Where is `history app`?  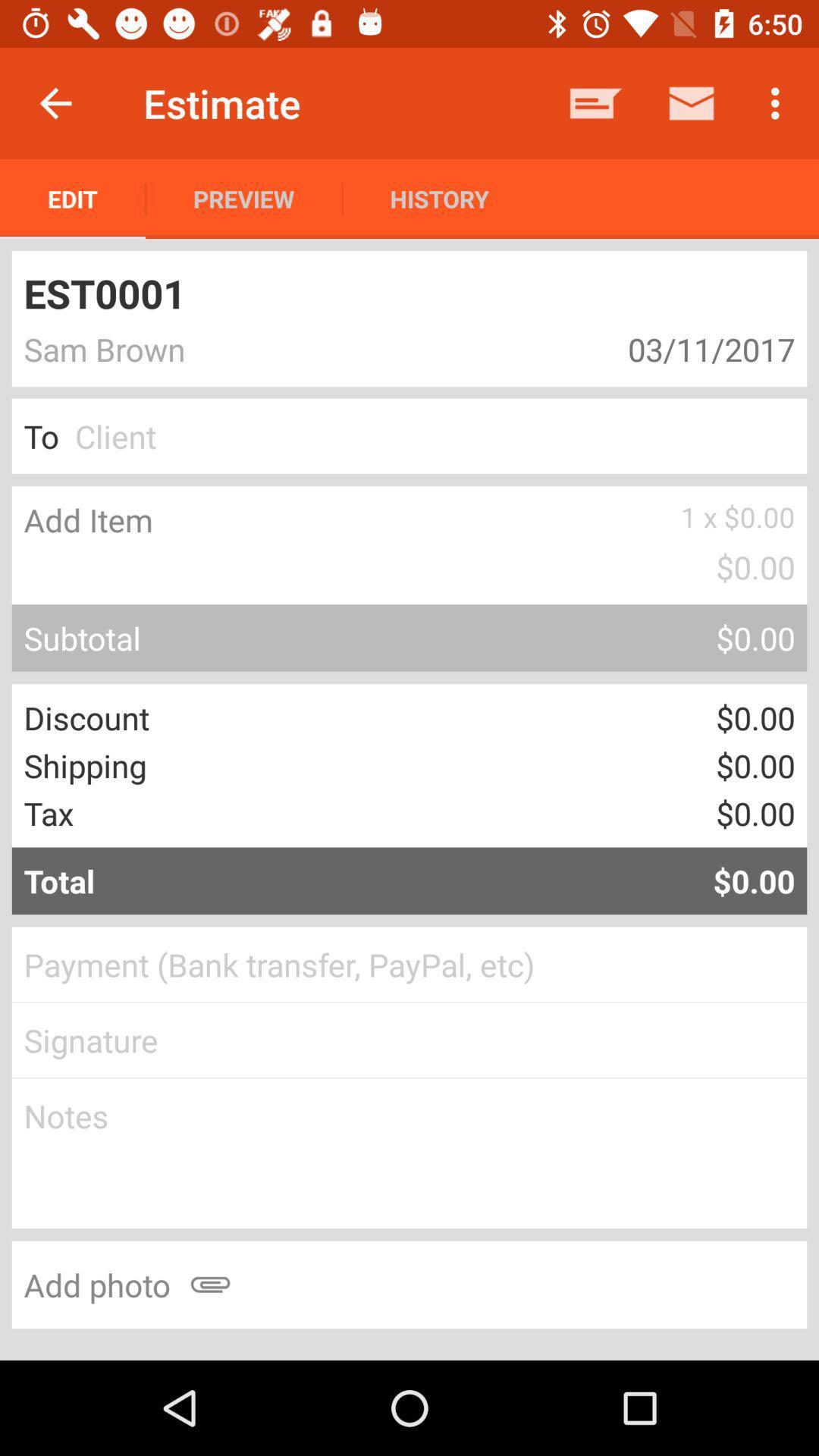
history app is located at coordinates (439, 198).